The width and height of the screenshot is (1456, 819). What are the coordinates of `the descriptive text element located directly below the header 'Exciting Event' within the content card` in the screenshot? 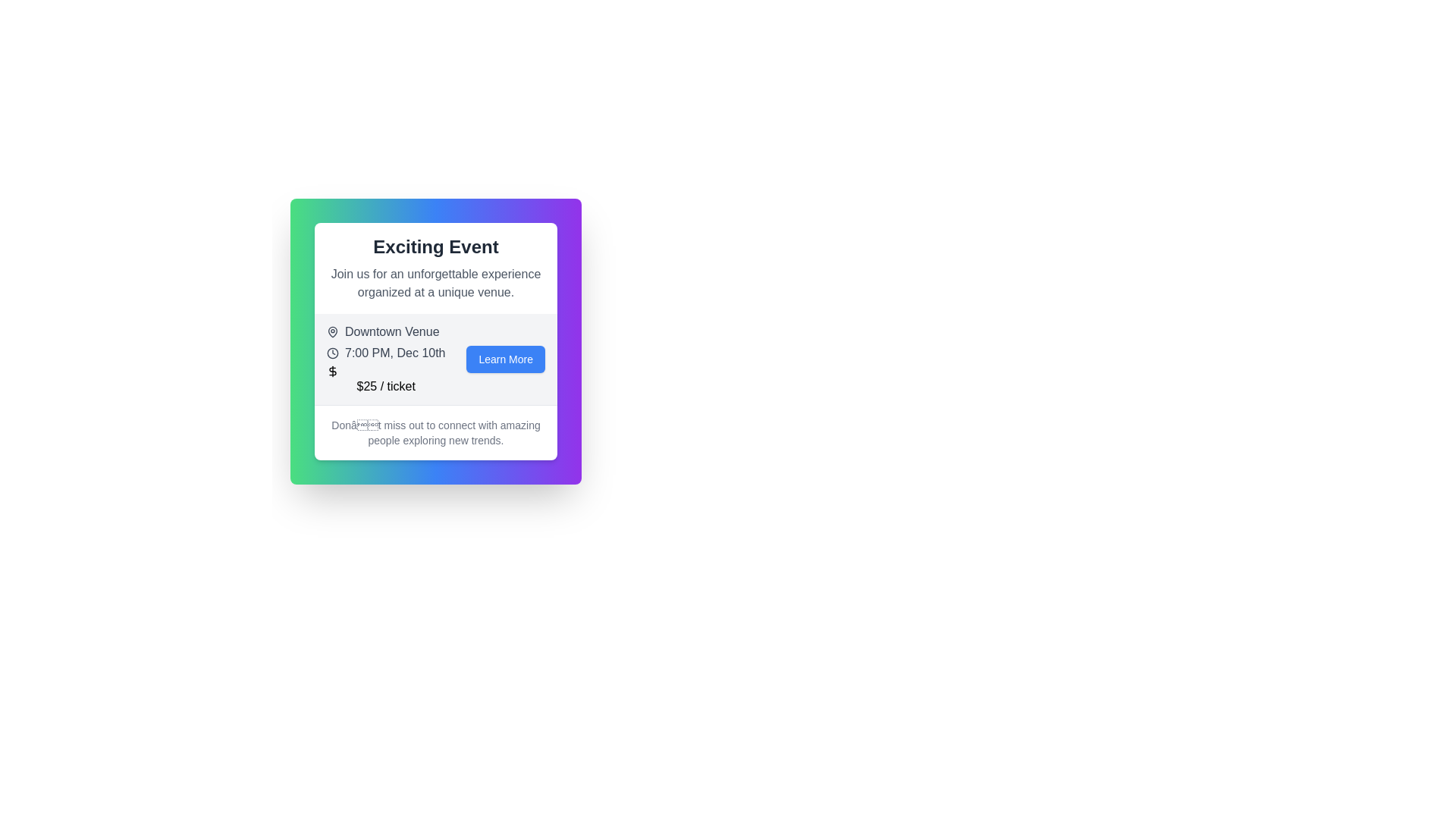 It's located at (435, 284).